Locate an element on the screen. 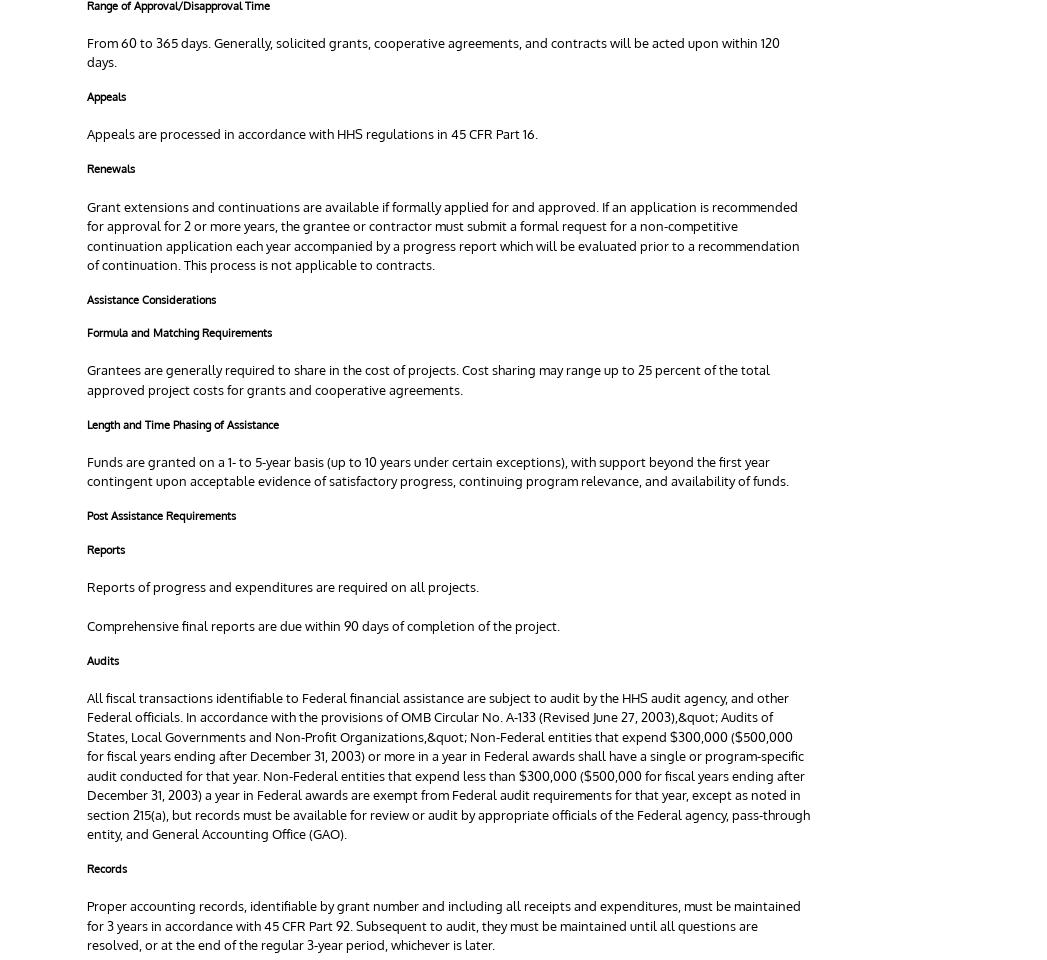 This screenshot has width=1047, height=960. 'Reports' is located at coordinates (87, 549).